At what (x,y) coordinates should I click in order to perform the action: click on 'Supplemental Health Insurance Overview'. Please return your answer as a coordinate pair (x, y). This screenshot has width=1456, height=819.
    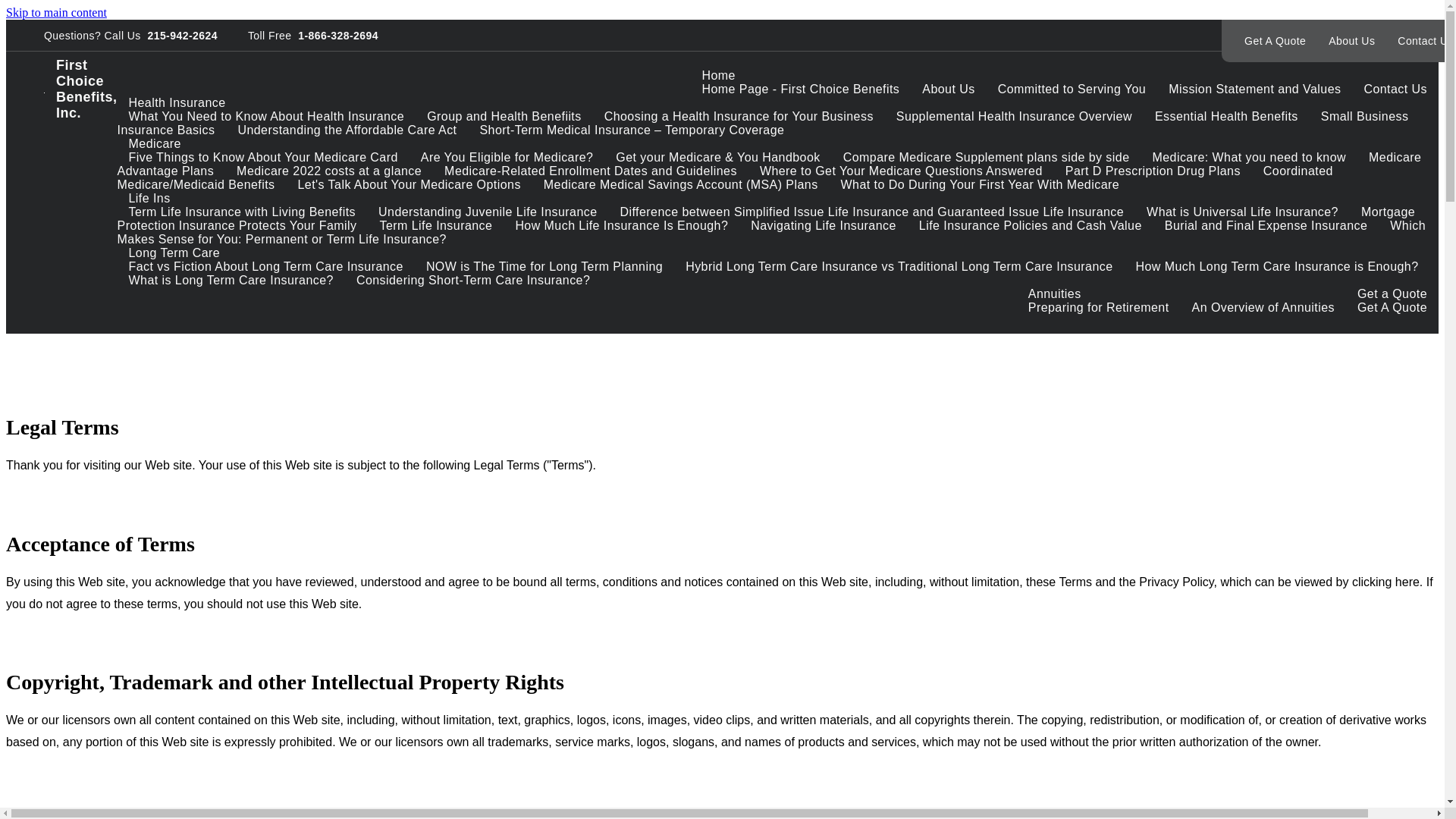
    Looking at the image, I should click on (1014, 115).